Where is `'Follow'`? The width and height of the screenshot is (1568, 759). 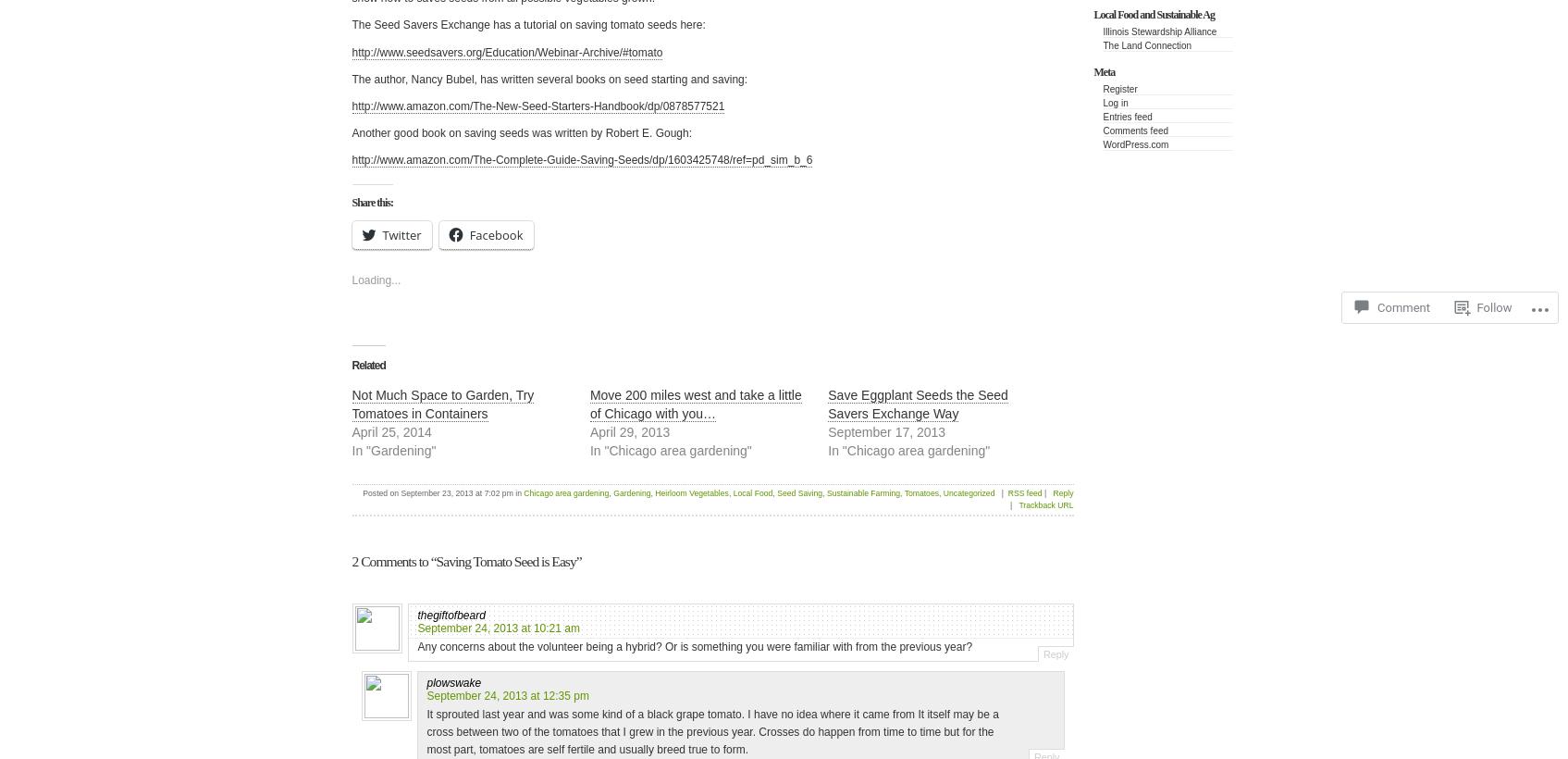 'Follow' is located at coordinates (1493, 306).